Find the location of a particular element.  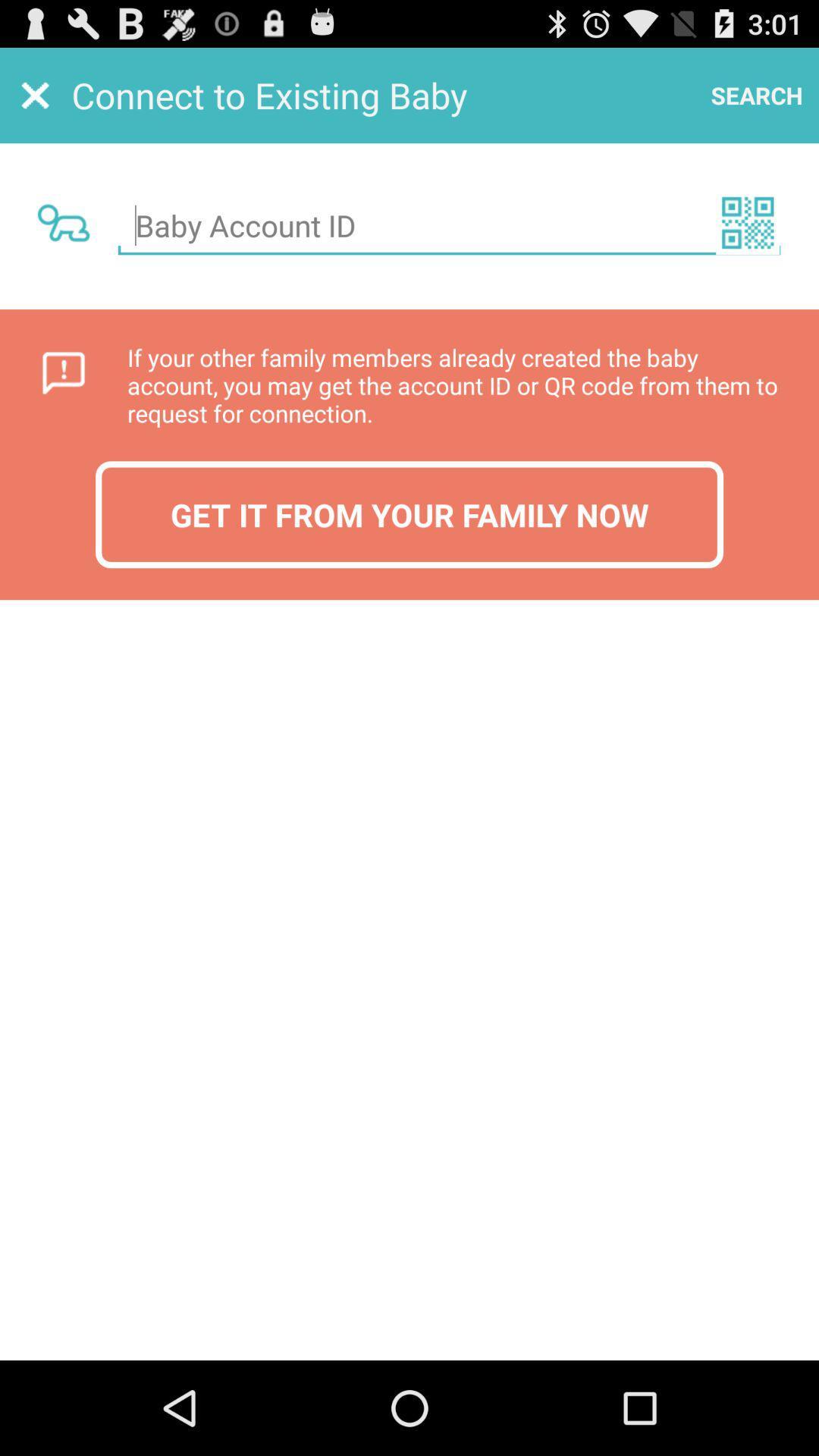

qr code is located at coordinates (747, 221).